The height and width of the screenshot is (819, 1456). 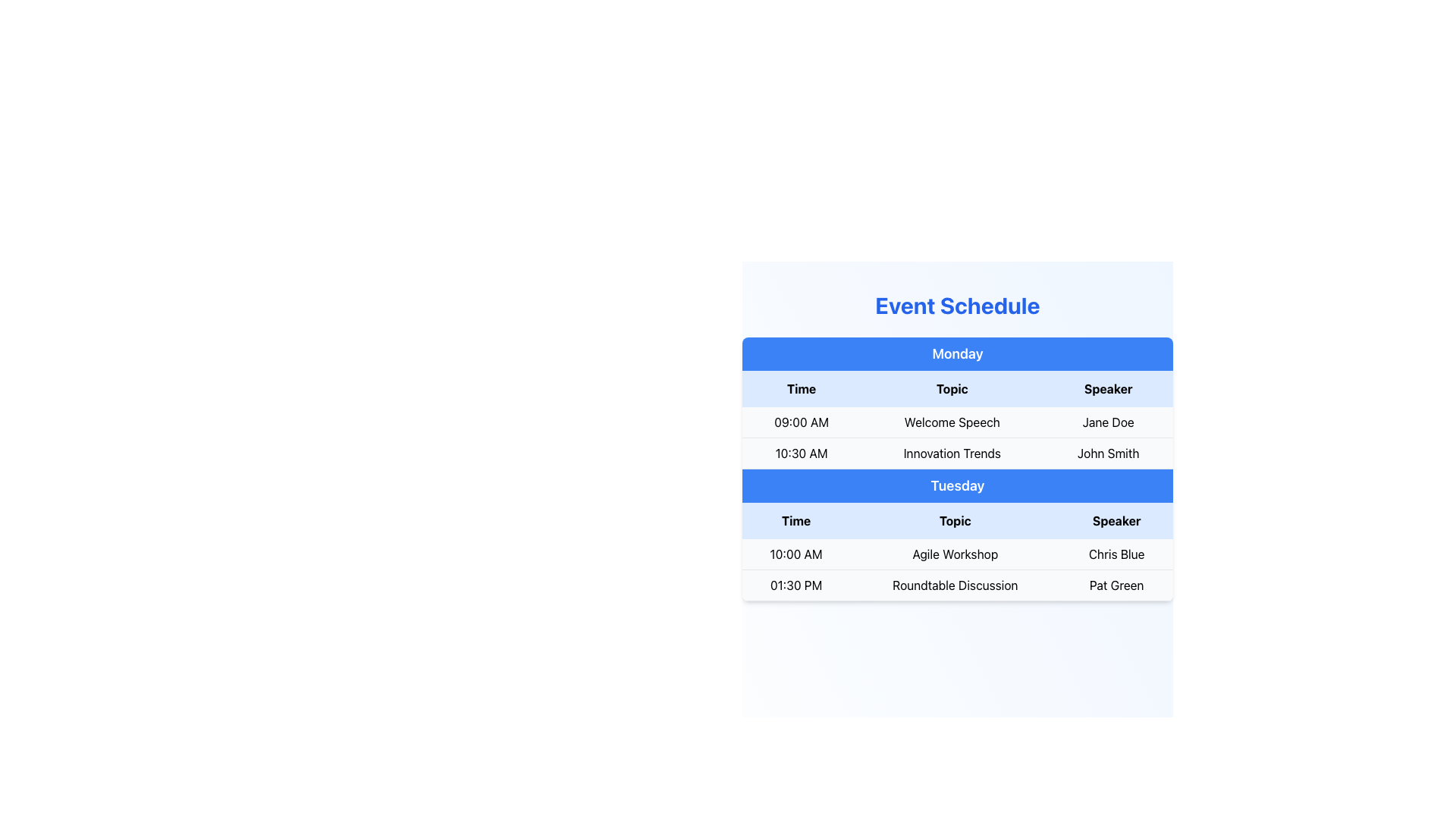 What do you see at coordinates (951, 388) in the screenshot?
I see `the second column header labeled 'Topic' in the Event Schedule table` at bounding box center [951, 388].